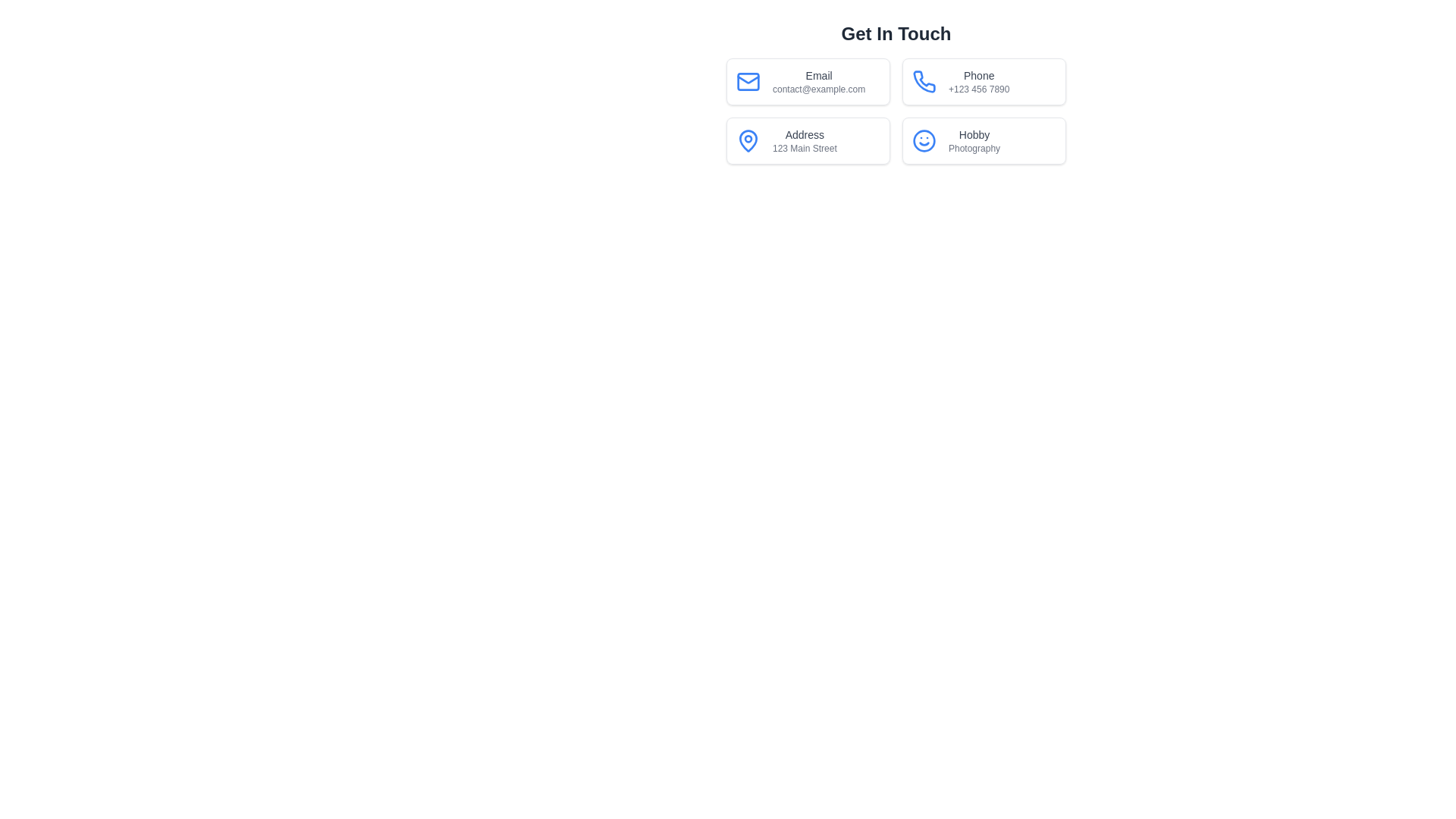 The image size is (1456, 819). What do you see at coordinates (984, 82) in the screenshot?
I see `the phone number text '+123 456 7890' inside the phone information card, which is the second card in a 2x2 grid layout located in the top right of the grid` at bounding box center [984, 82].